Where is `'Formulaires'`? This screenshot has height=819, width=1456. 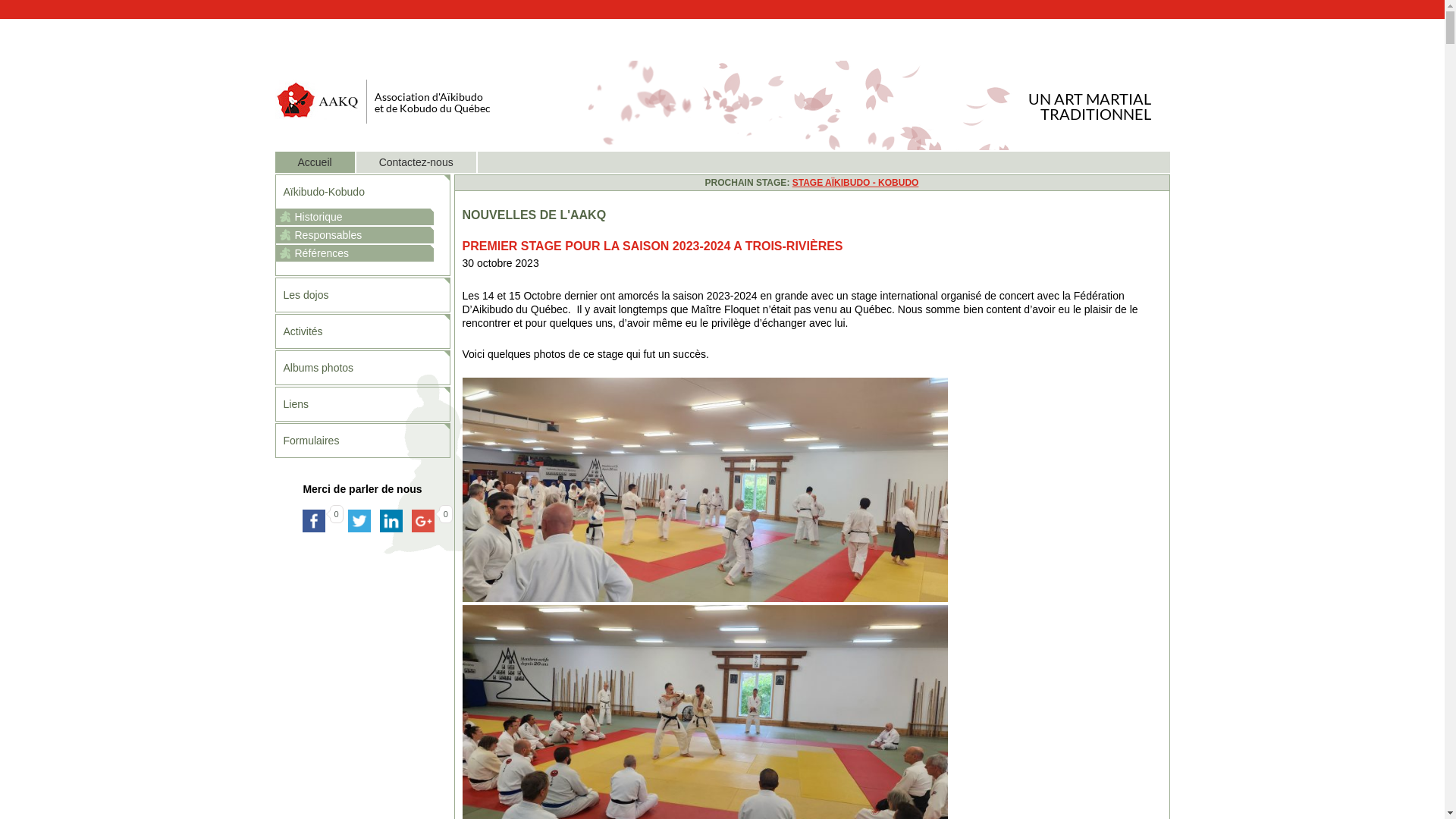
'Formulaires' is located at coordinates (362, 441).